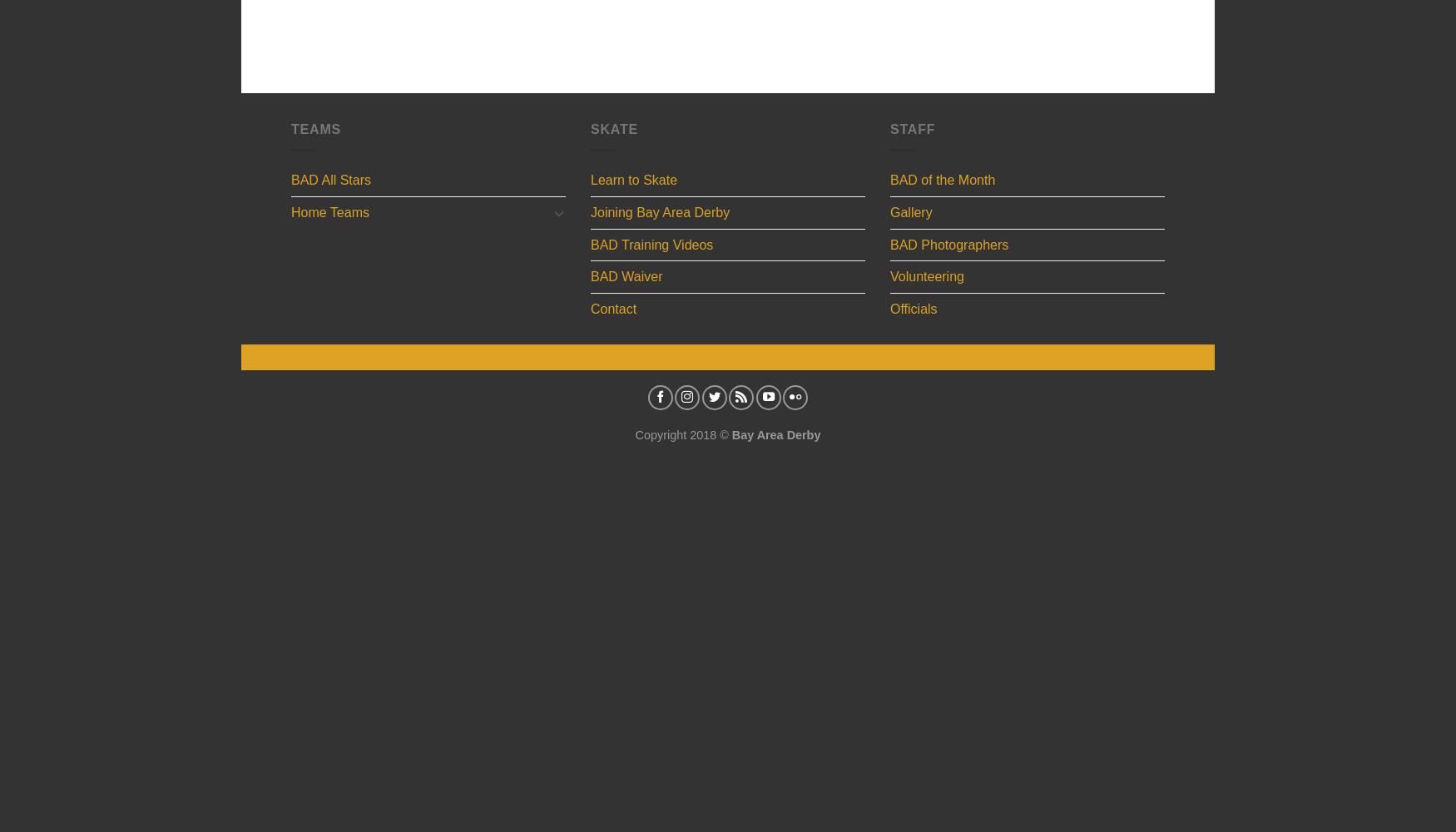 The height and width of the screenshot is (832, 1456). I want to click on 'STAFF', so click(913, 129).